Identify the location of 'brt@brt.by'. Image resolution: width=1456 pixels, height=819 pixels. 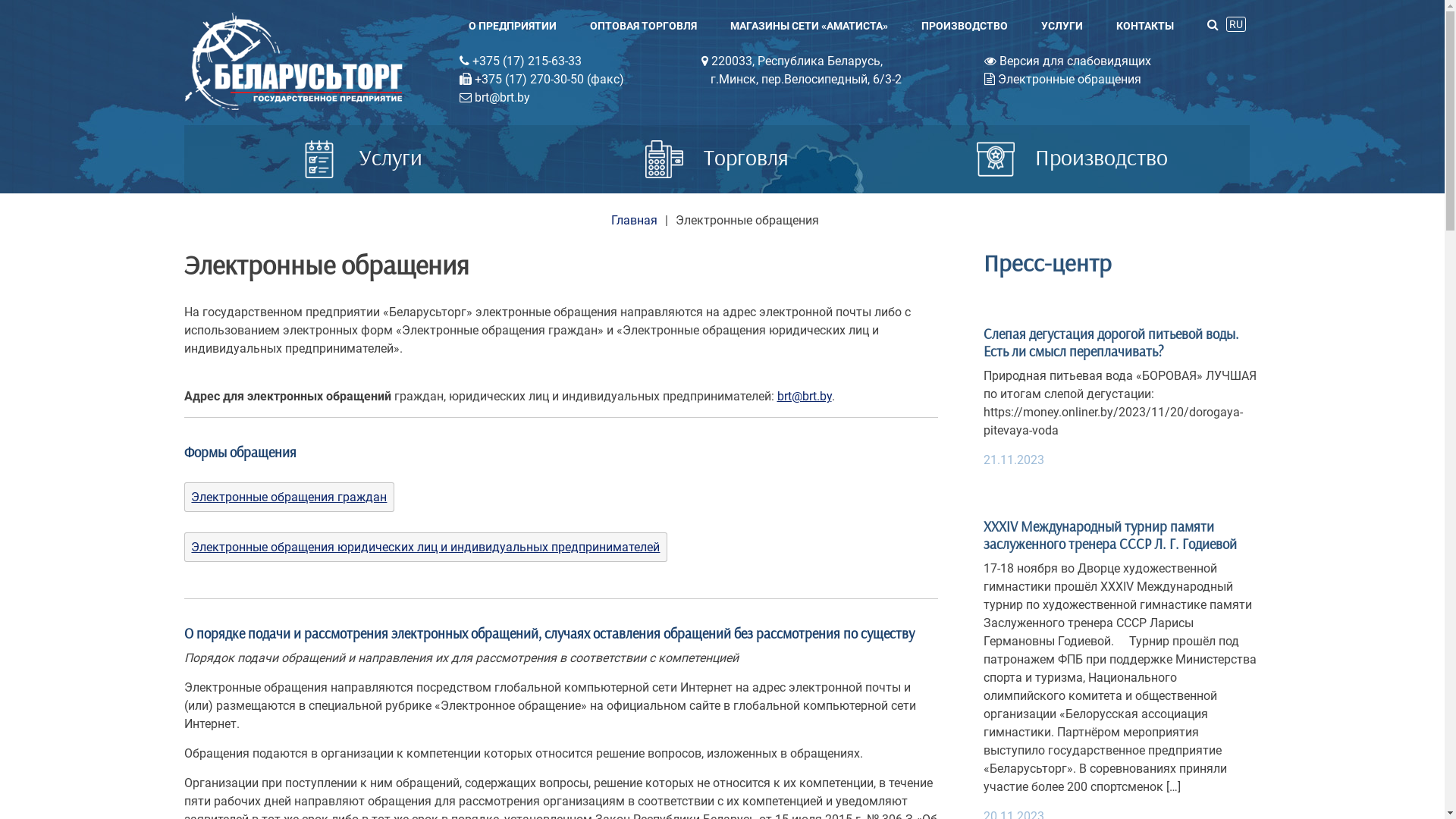
(494, 97).